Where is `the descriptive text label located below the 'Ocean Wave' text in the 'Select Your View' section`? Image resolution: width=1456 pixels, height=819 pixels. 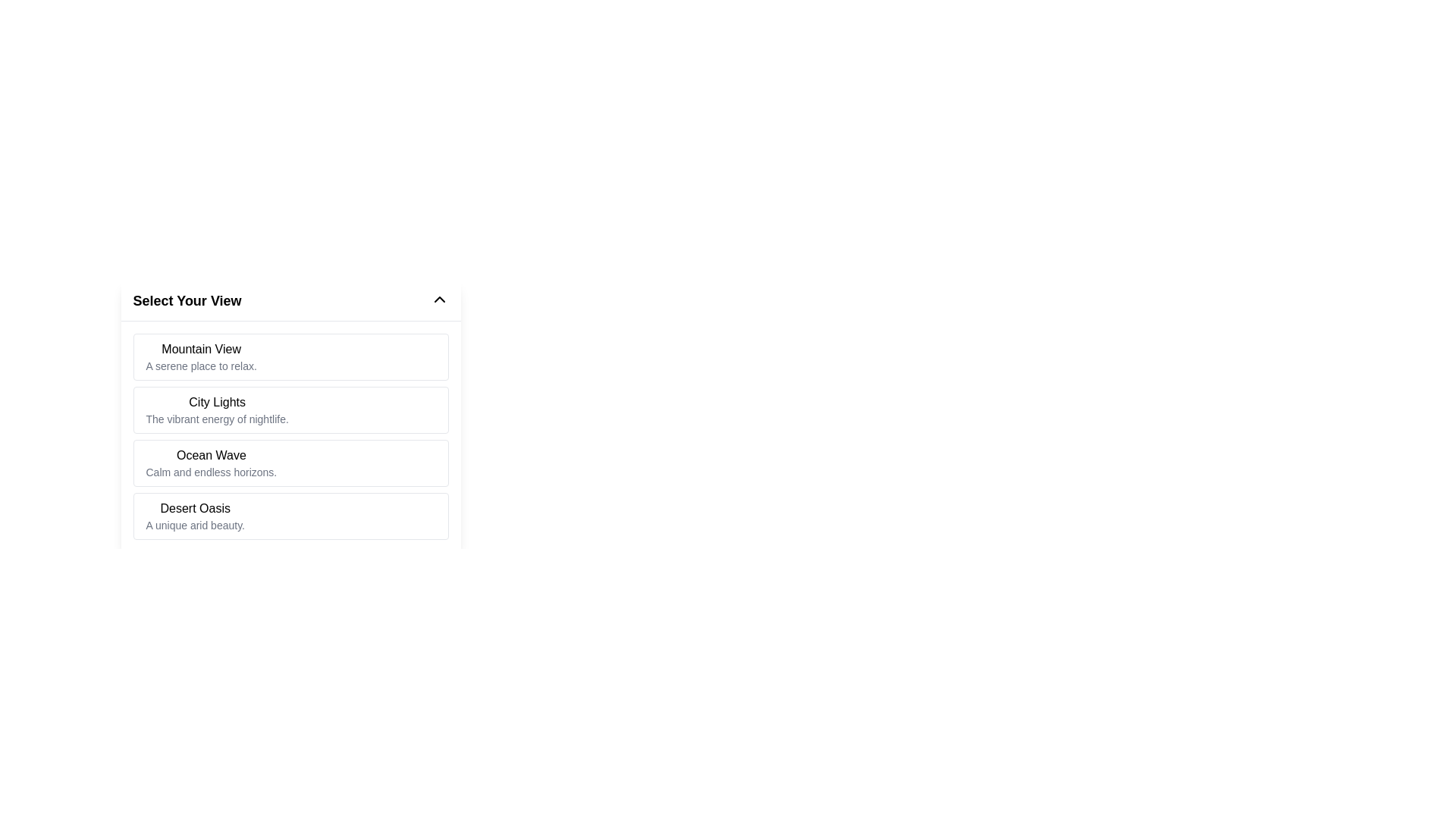
the descriptive text label located below the 'Ocean Wave' text in the 'Select Your View' section is located at coordinates (210, 472).